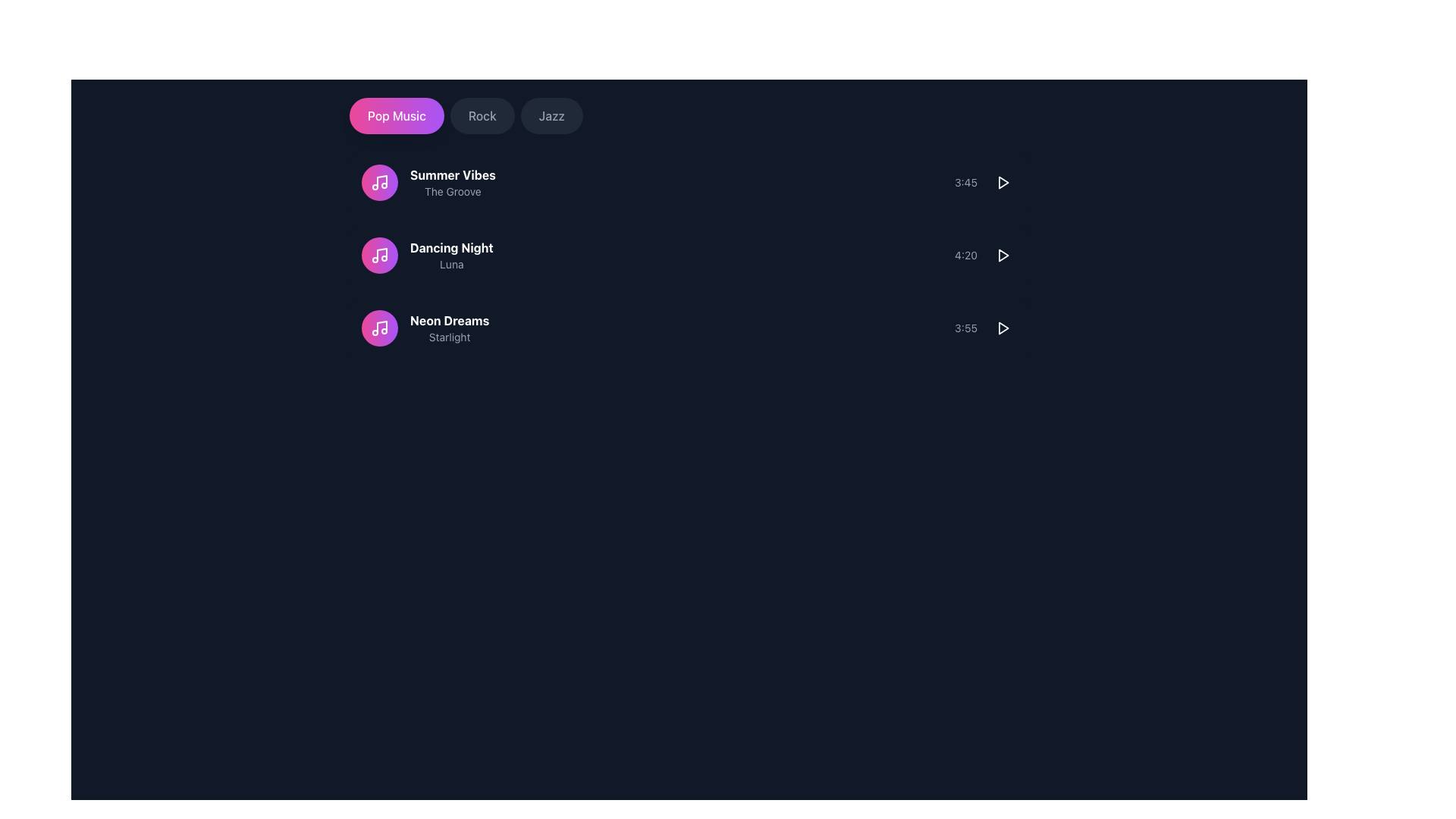 The width and height of the screenshot is (1456, 819). What do you see at coordinates (450, 254) in the screenshot?
I see `the Text Display that shows the title and artist of a musical track, located as the second item in a vertical list between 'Summer Vibes' and 'Neon Dreams'` at bounding box center [450, 254].